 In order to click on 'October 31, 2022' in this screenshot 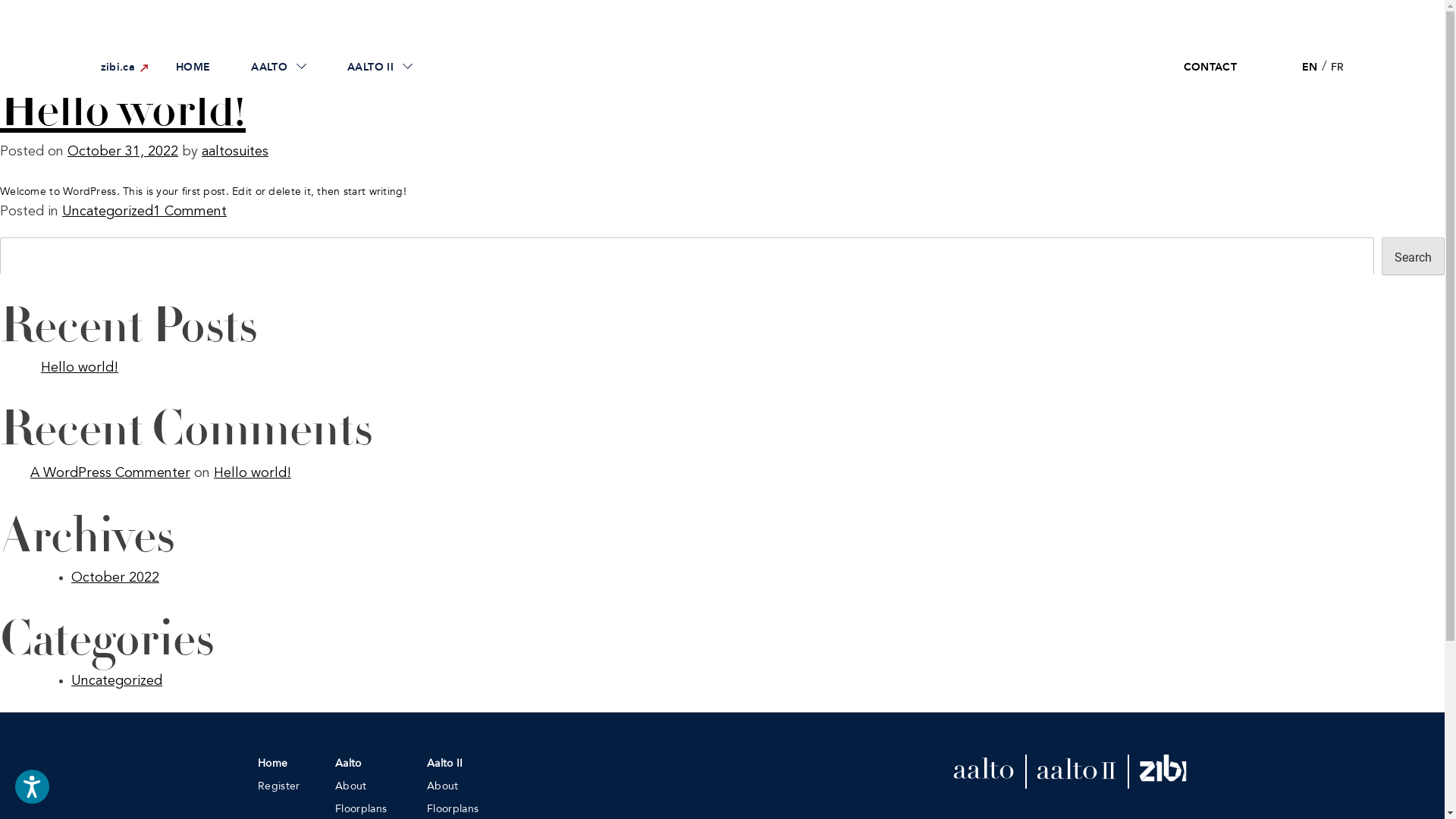, I will do `click(67, 152)`.